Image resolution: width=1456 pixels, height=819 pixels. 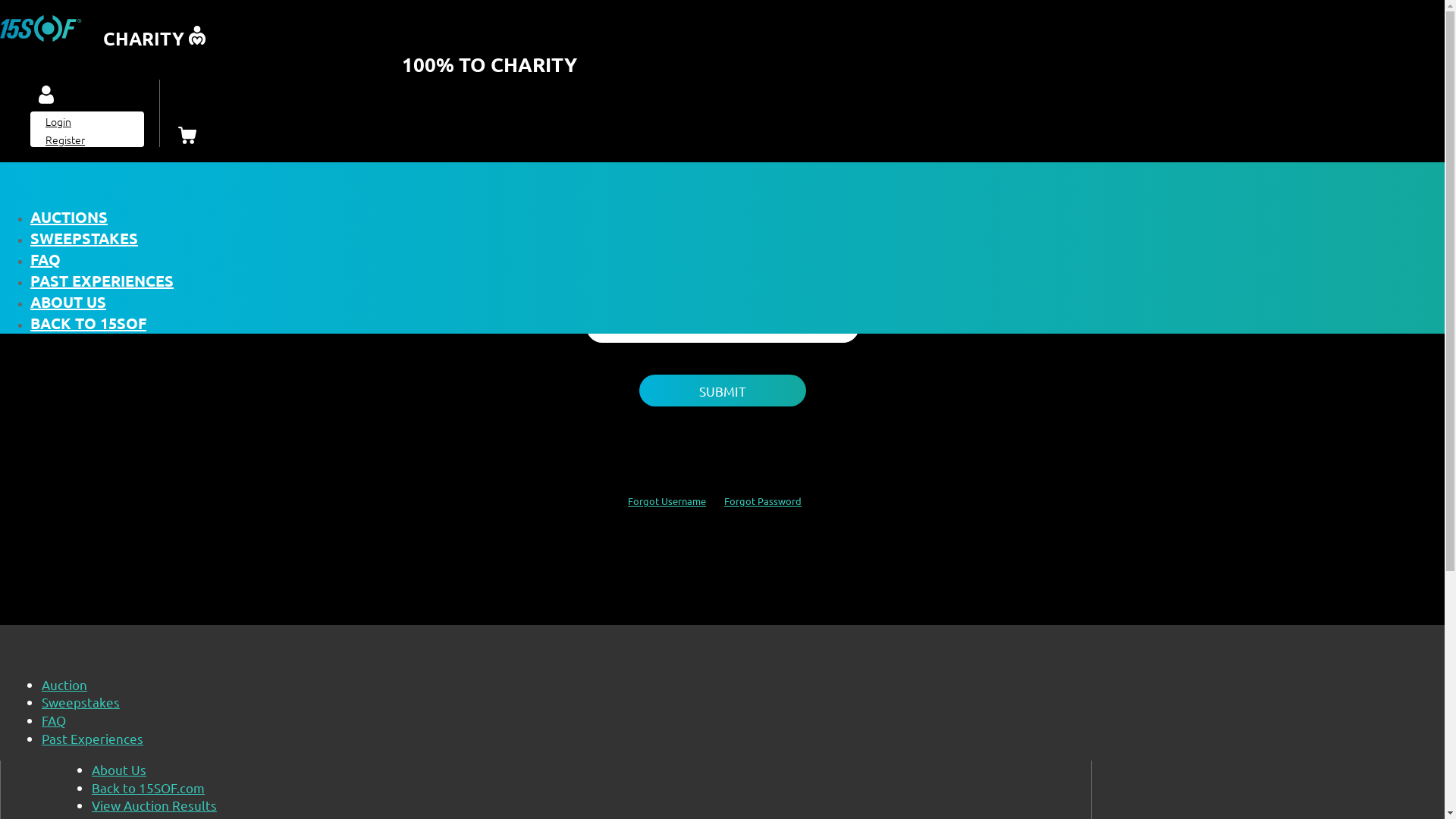 I want to click on 'ACCOUNT ACCOUNT ICON', so click(x=46, y=96).